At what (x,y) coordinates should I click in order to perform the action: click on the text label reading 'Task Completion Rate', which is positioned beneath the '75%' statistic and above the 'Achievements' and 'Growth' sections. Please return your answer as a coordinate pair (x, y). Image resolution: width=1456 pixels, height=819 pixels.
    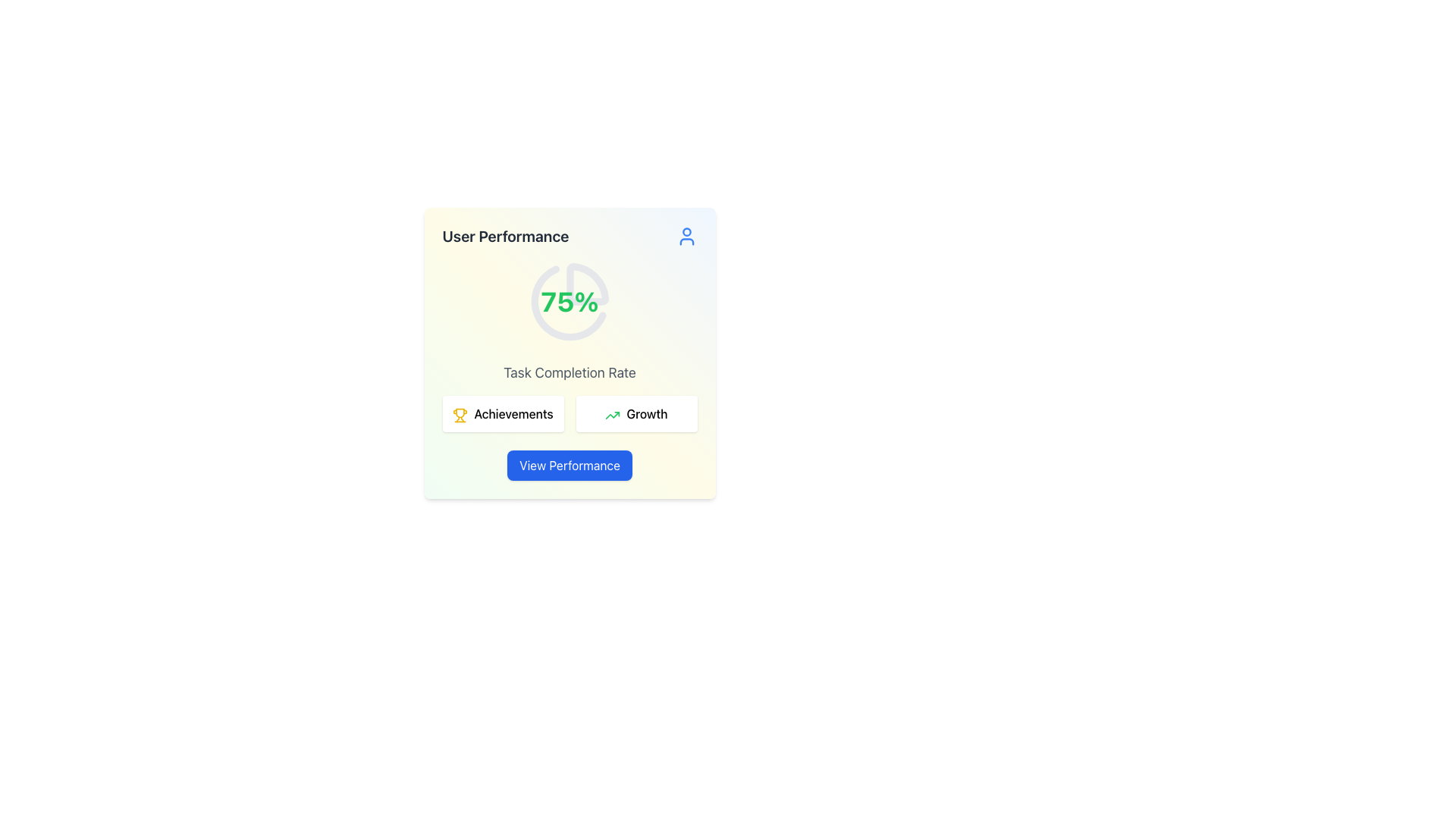
    Looking at the image, I should click on (569, 373).